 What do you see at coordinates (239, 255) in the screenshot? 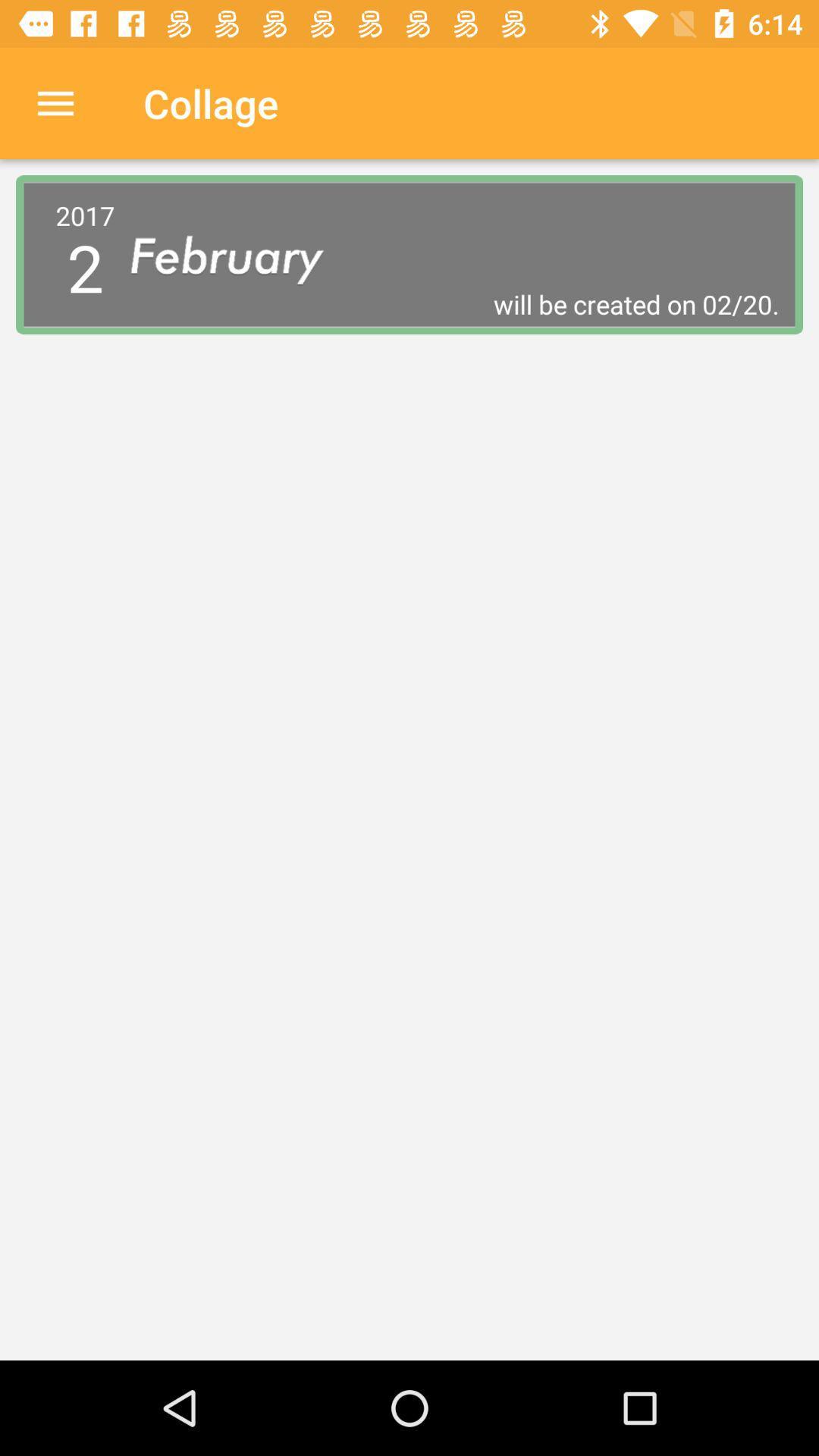
I see `icon next to the 2017` at bounding box center [239, 255].